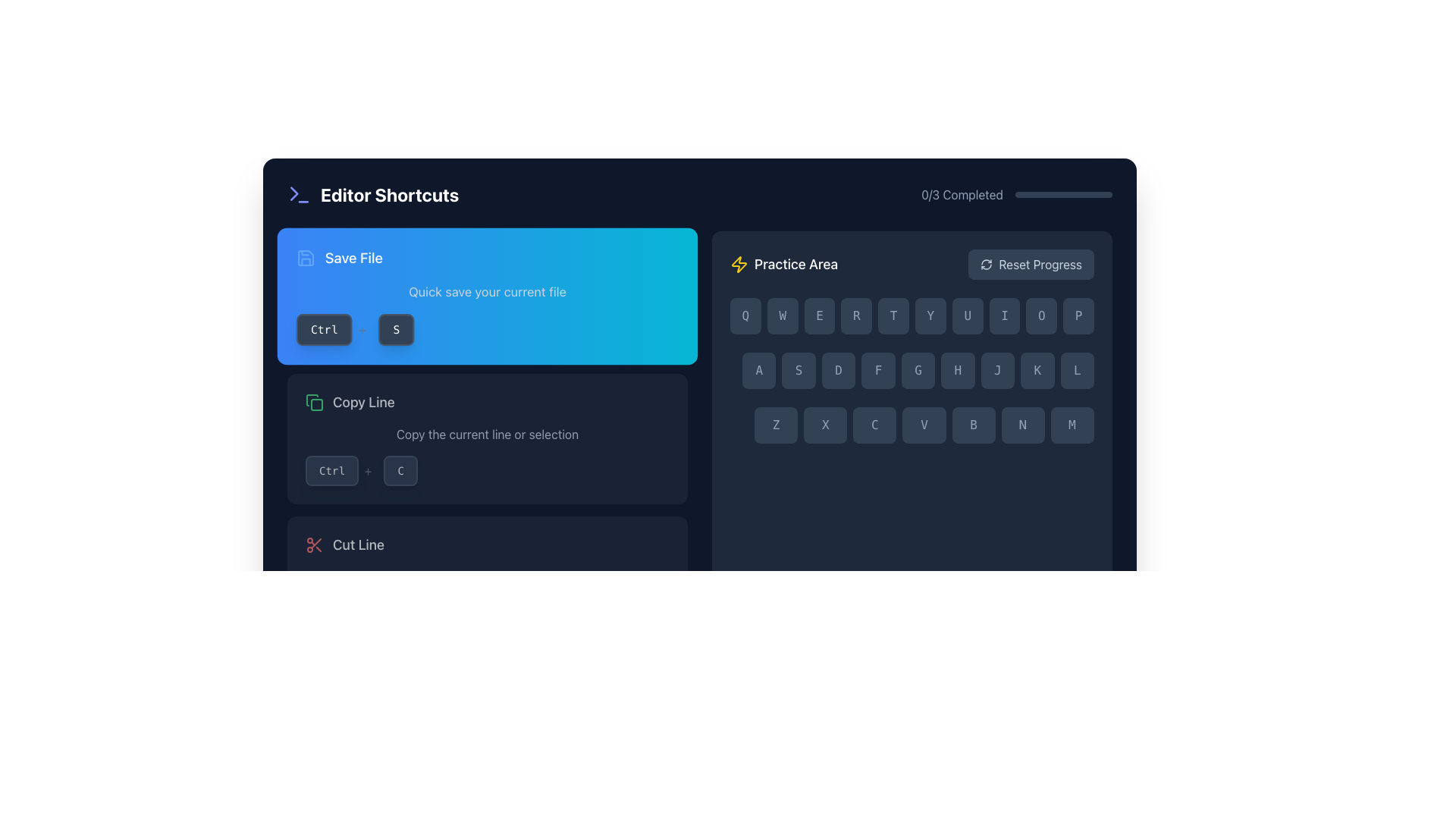  I want to click on the 'Copy Line' card-style informational component, which features a green icon, a bold title in white, a description in grey, and a keyboard shortcut display, so click(488, 438).